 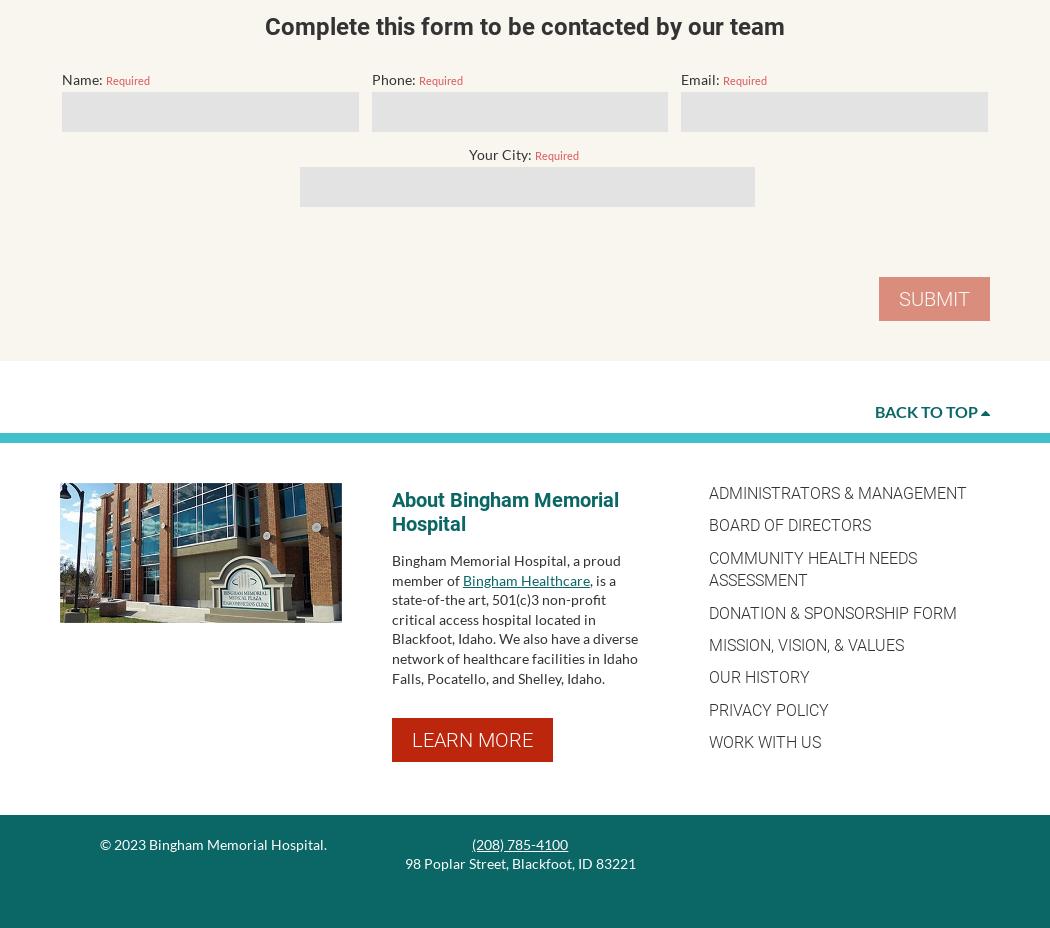 What do you see at coordinates (763, 741) in the screenshot?
I see `'Work with Us'` at bounding box center [763, 741].